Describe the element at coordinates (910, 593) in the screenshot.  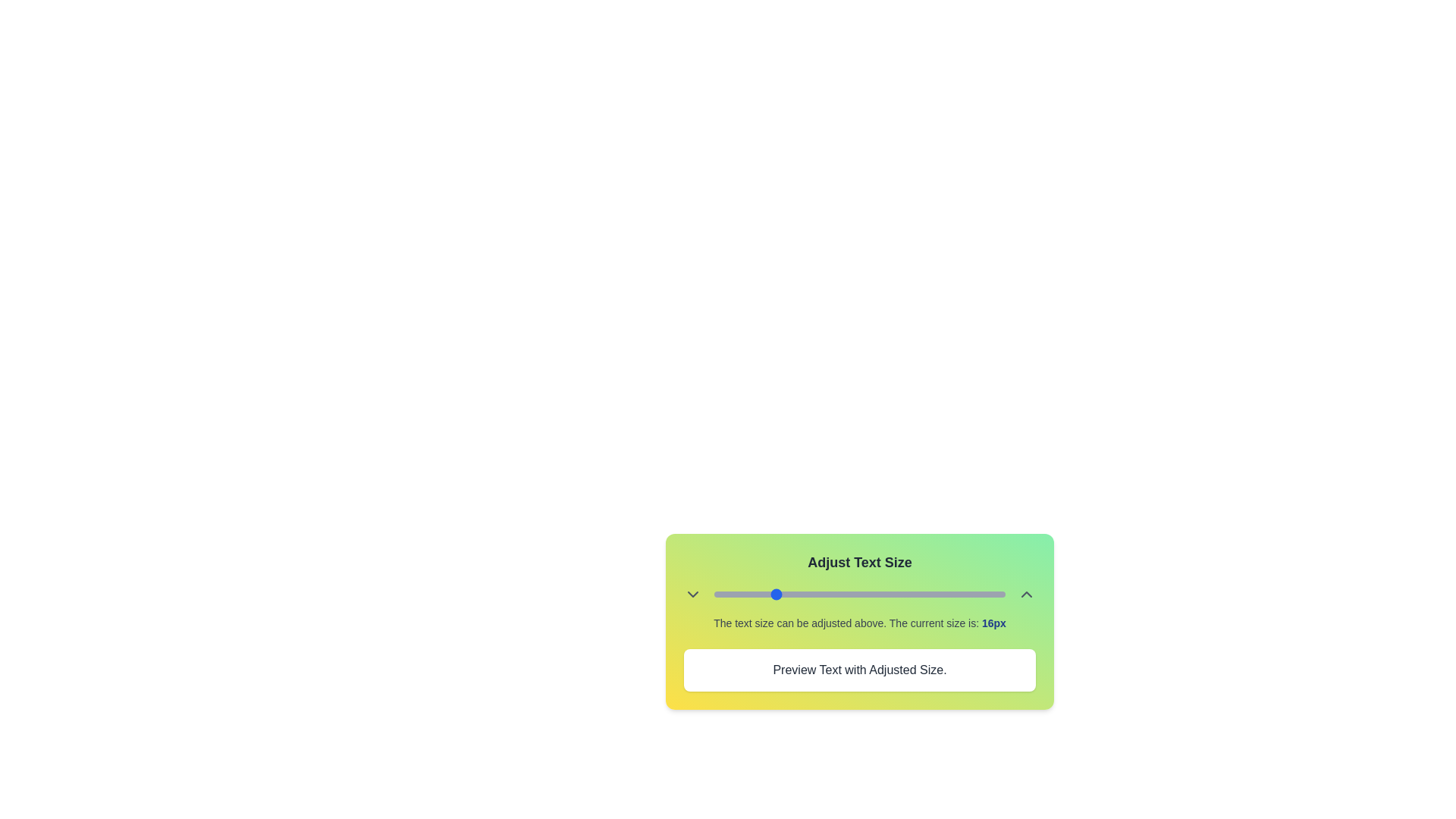
I see `the text size to 35px using the slider` at that location.